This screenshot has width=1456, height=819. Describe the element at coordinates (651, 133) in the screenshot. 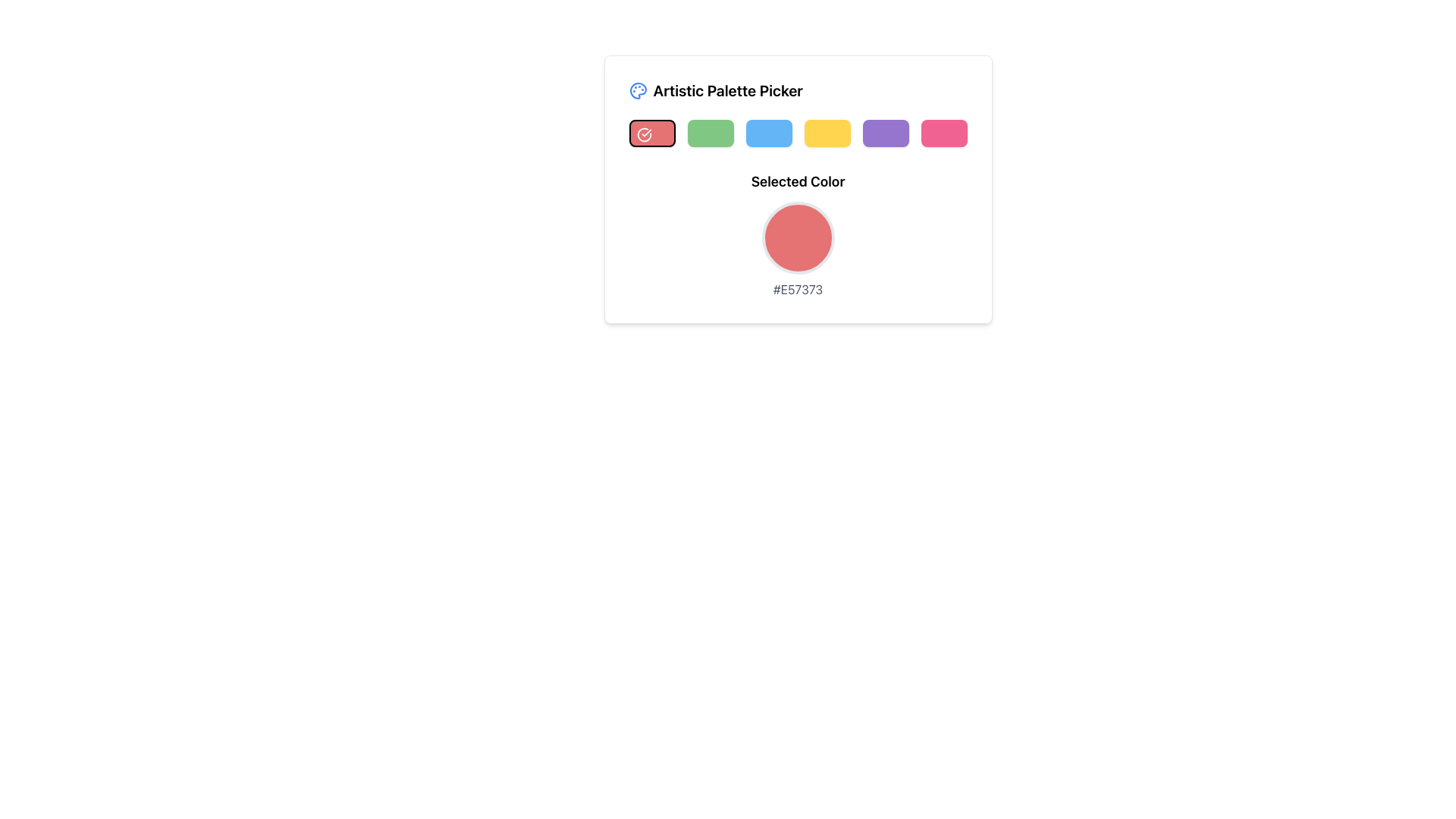

I see `the rectangular button with a rounded border and red background that has a checkmark icon in the top left corner, located under the title 'Artistic Palette Picker.'` at that location.